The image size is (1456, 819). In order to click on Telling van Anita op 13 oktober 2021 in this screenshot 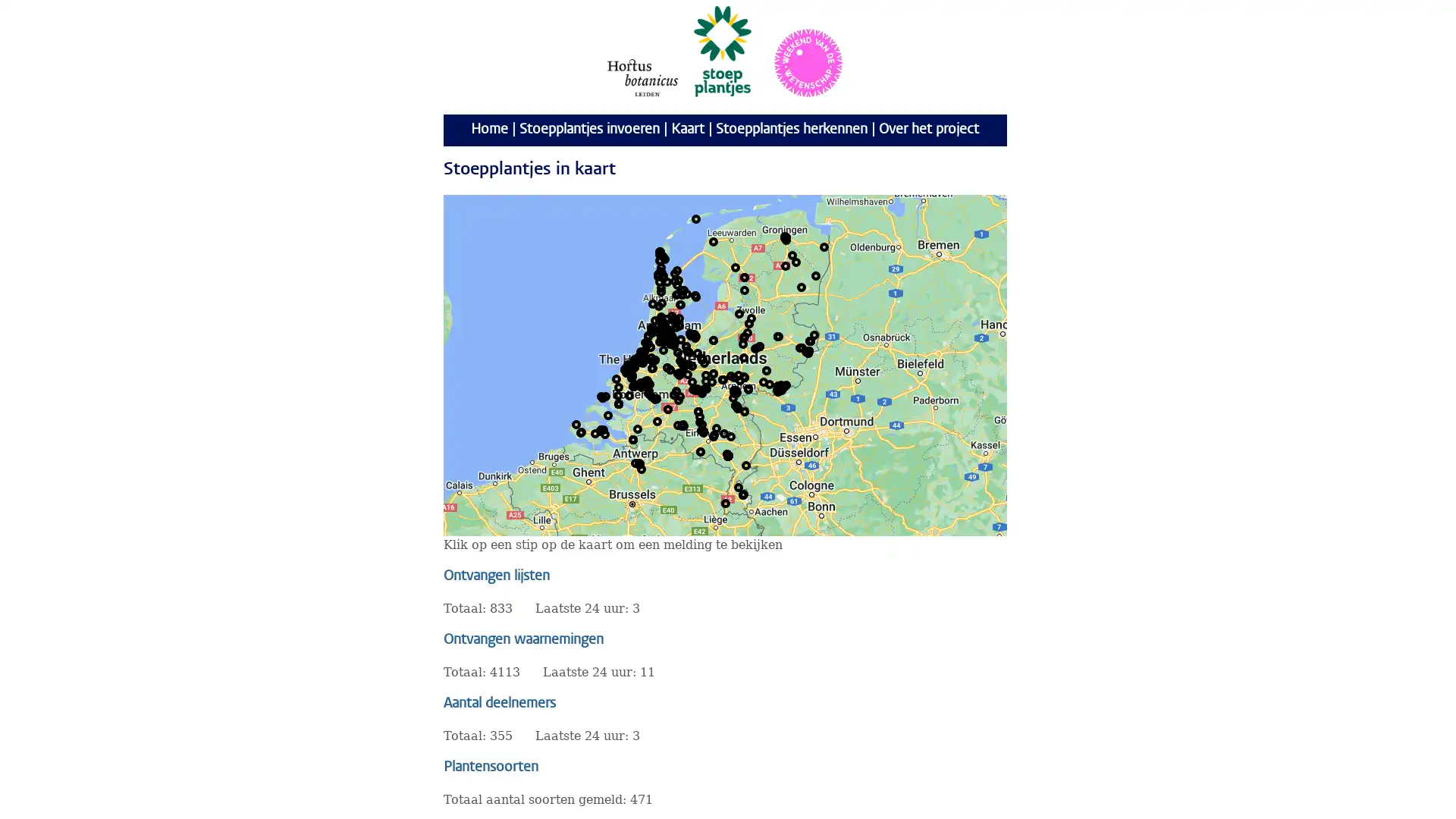, I will do `click(701, 430)`.